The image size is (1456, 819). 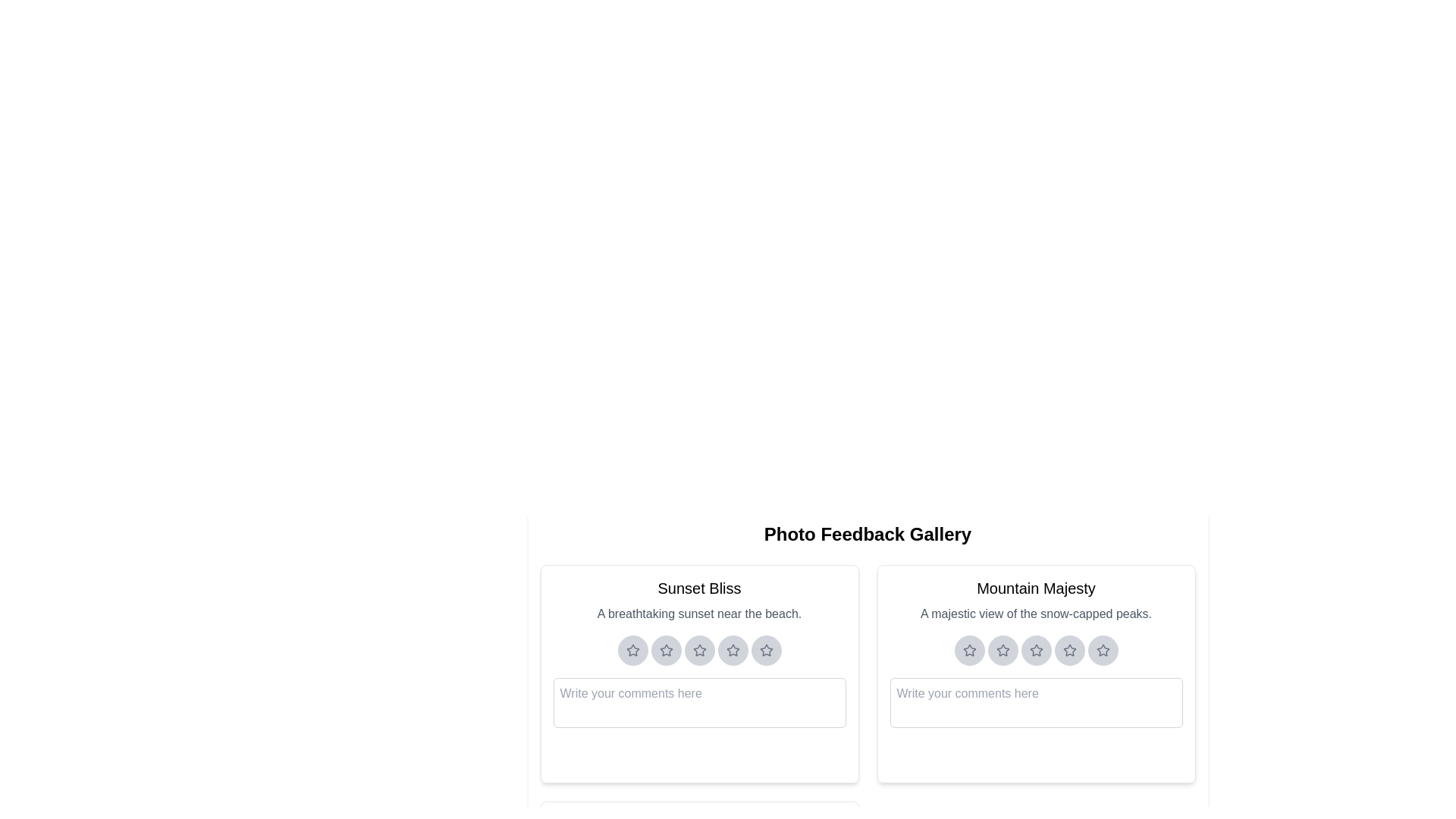 What do you see at coordinates (1068, 649) in the screenshot?
I see `the third star icon from the left` at bounding box center [1068, 649].